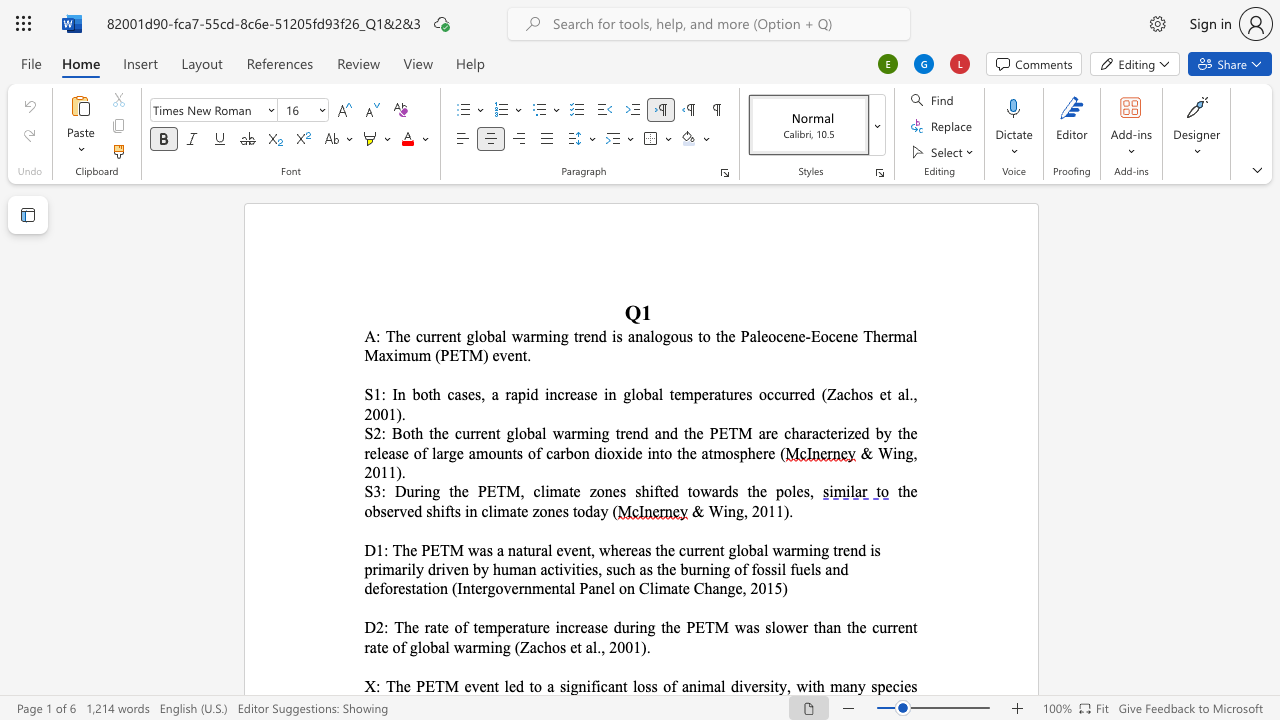 This screenshot has height=720, width=1280. I want to click on the 4th character "m" in the text, so click(423, 354).